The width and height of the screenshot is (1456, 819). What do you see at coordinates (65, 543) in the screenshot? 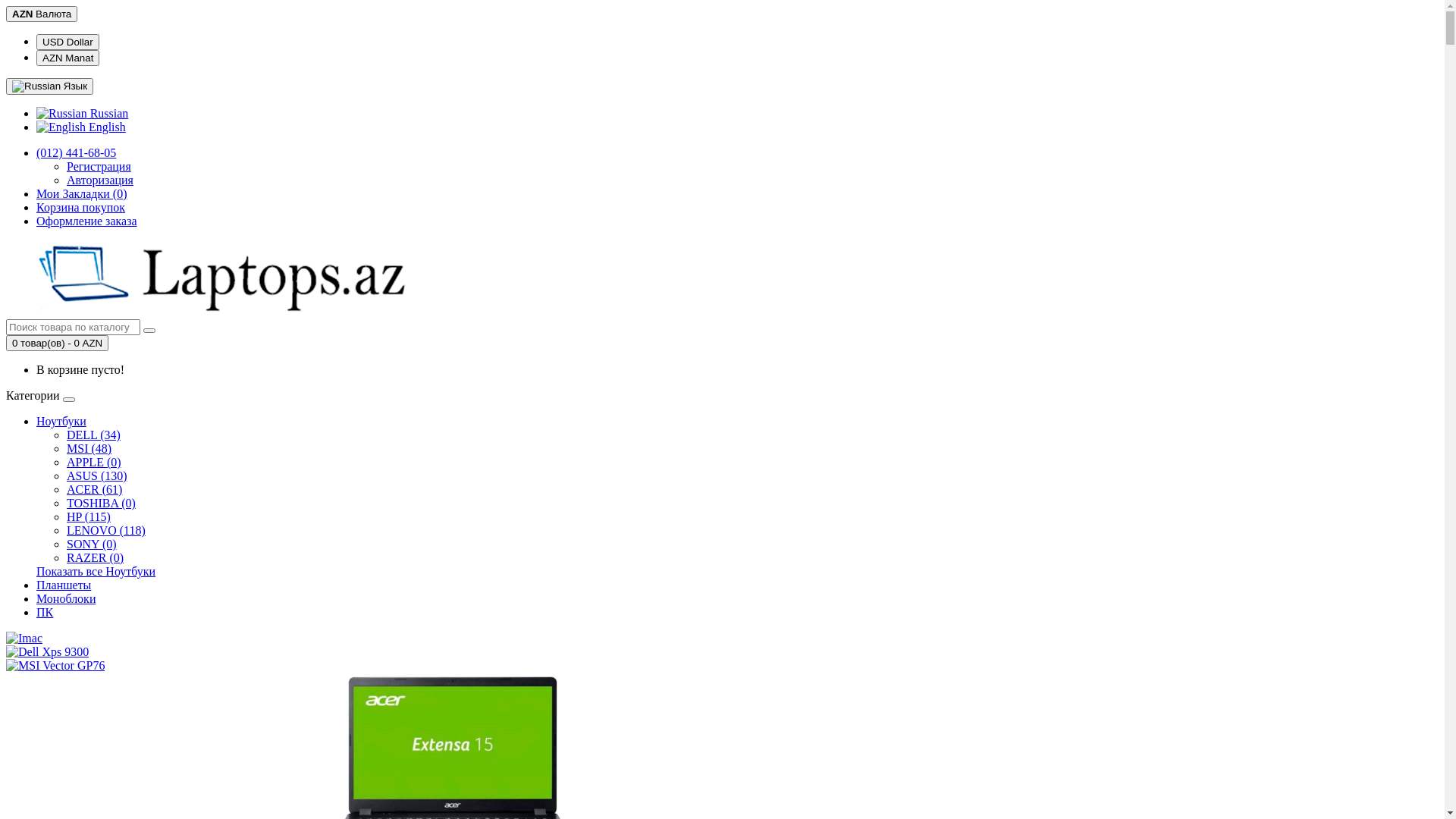
I see `'SONY (0)'` at bounding box center [65, 543].